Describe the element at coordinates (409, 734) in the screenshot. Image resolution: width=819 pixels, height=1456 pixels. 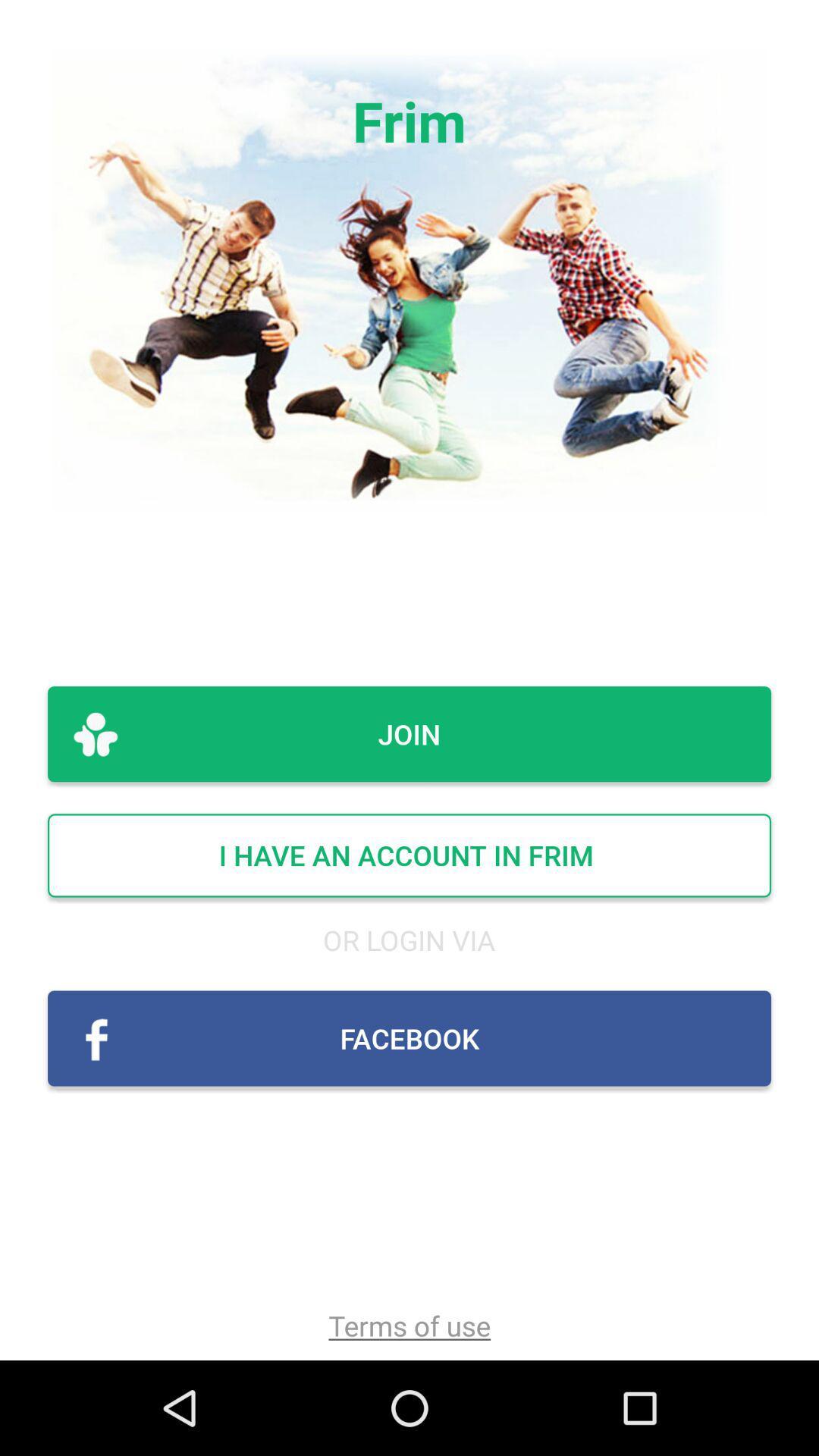
I see `join icon` at that location.